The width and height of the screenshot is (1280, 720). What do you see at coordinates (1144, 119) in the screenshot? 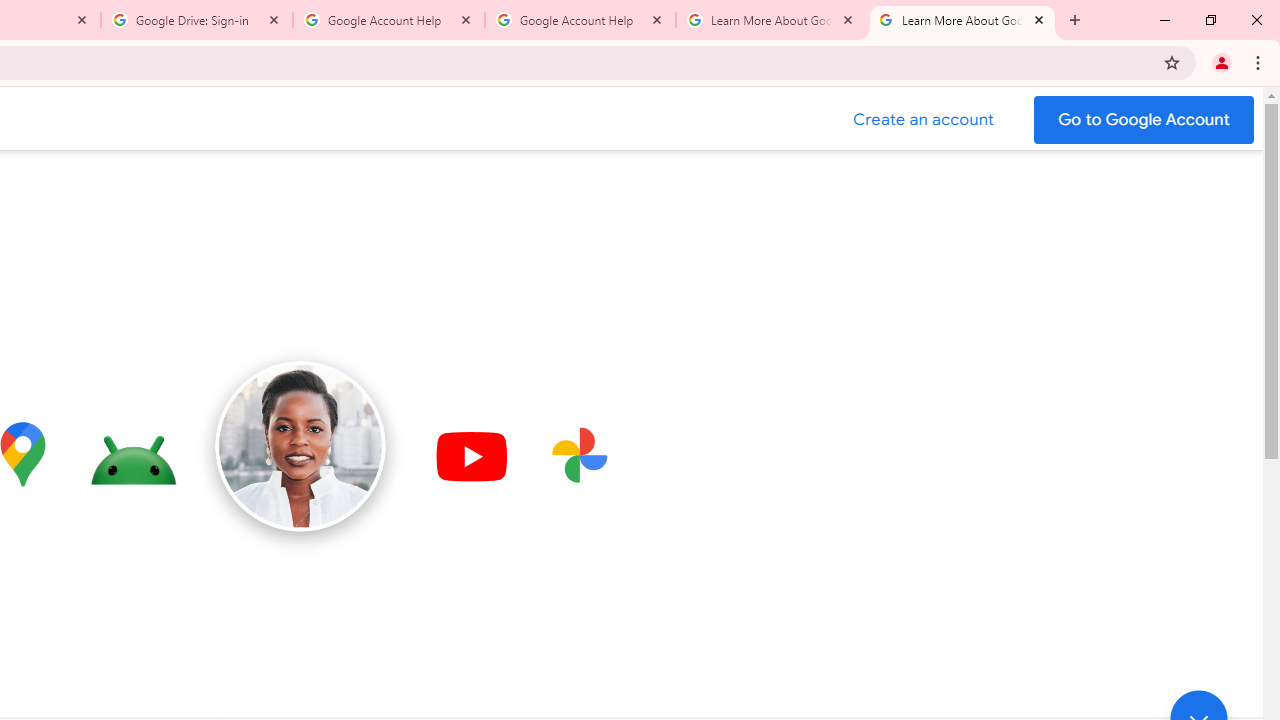
I see `'Go to your Google Account'` at bounding box center [1144, 119].